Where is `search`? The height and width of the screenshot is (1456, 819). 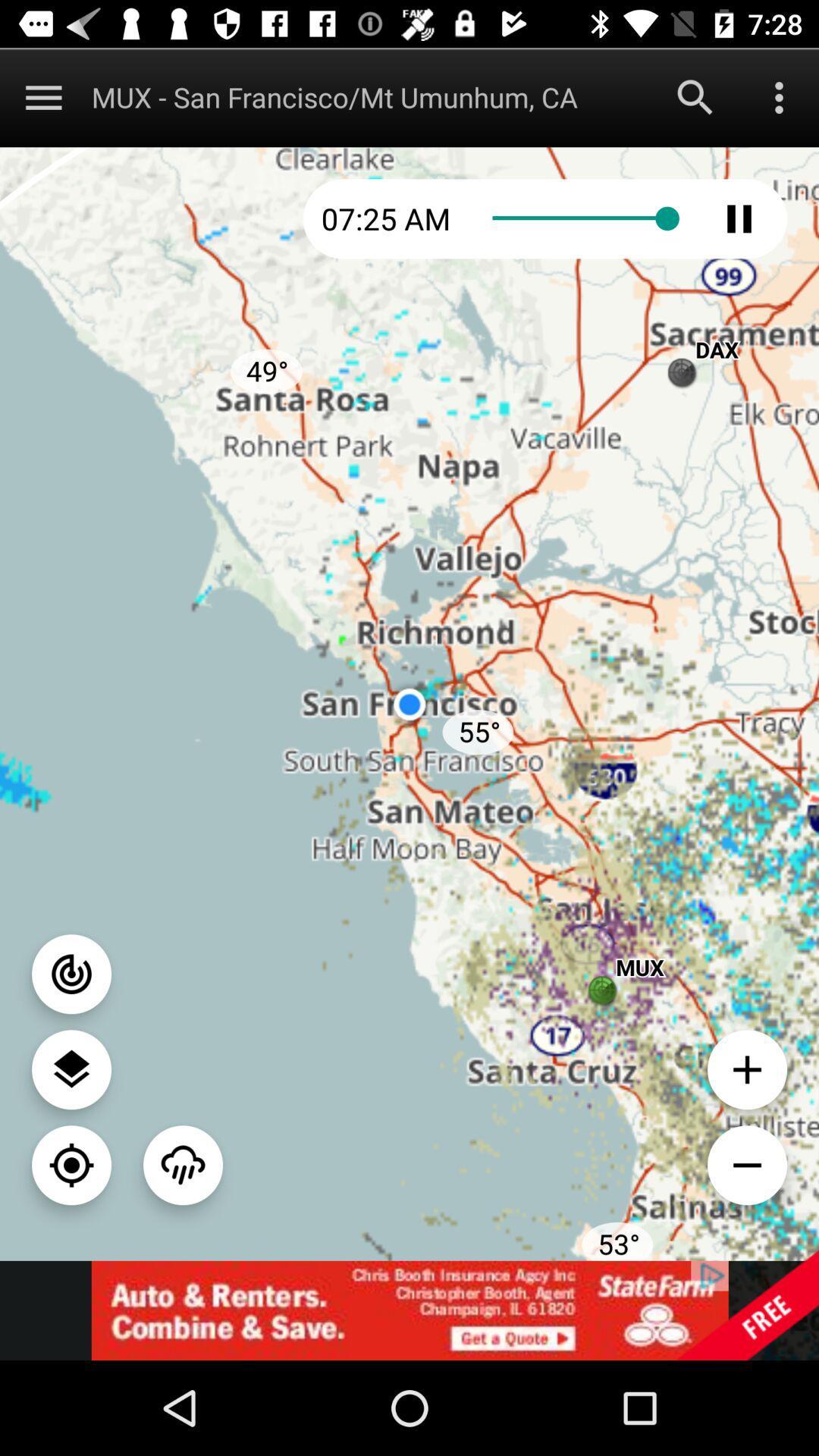
search is located at coordinates (695, 96).